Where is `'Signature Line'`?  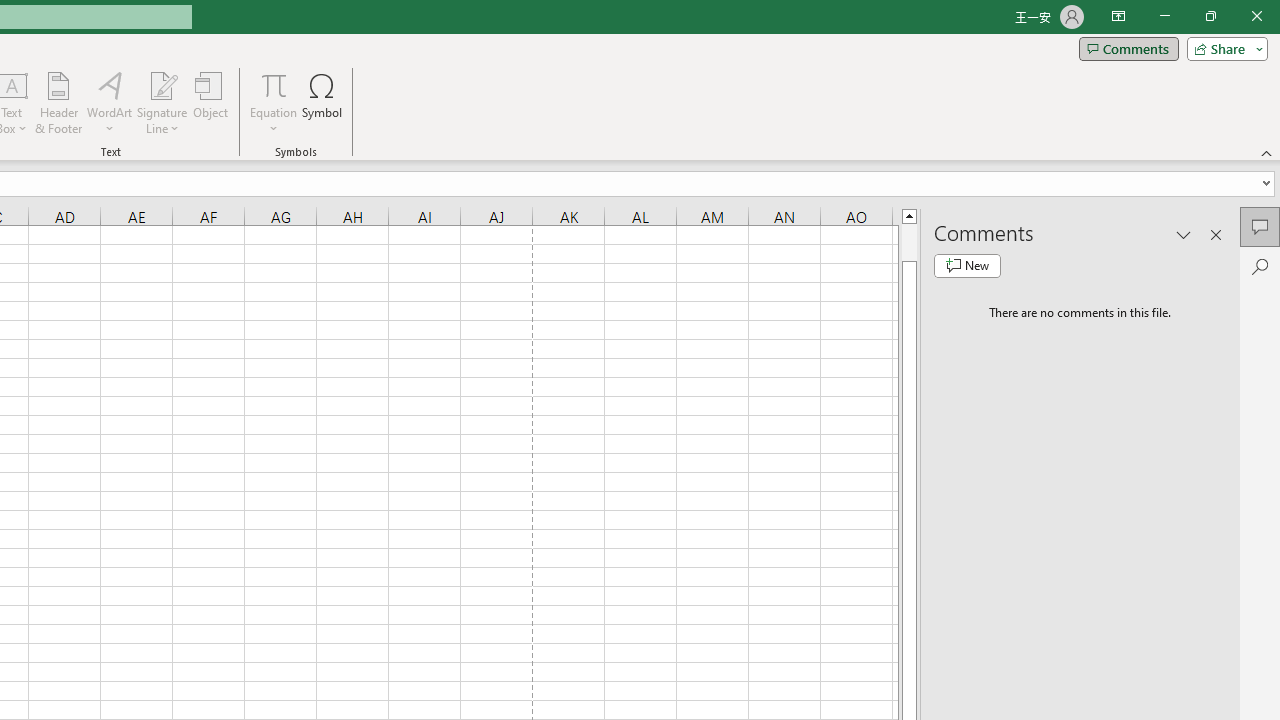 'Signature Line' is located at coordinates (161, 103).